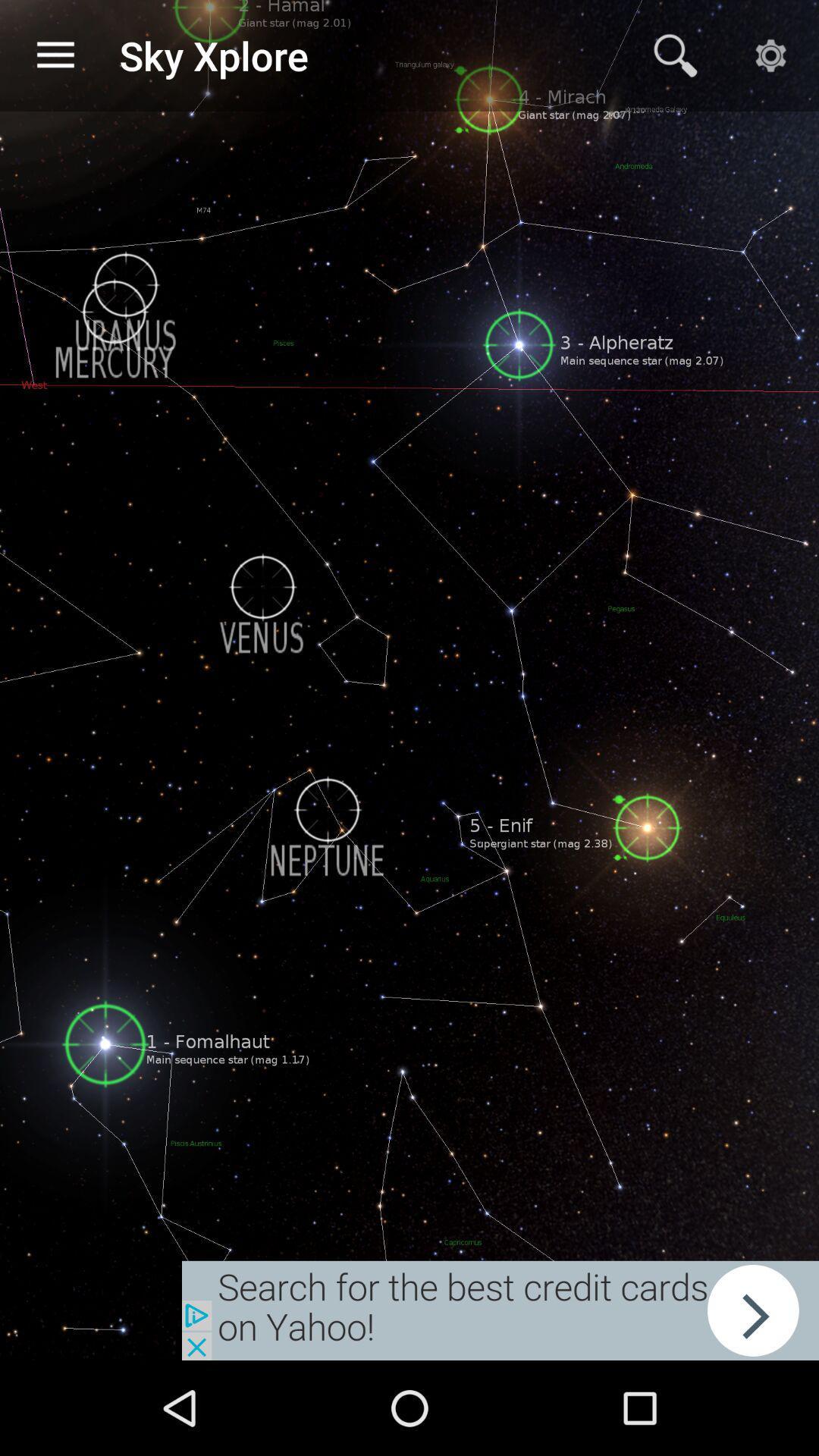  Describe the element at coordinates (500, 1310) in the screenshot. I see `advertisement bar` at that location.